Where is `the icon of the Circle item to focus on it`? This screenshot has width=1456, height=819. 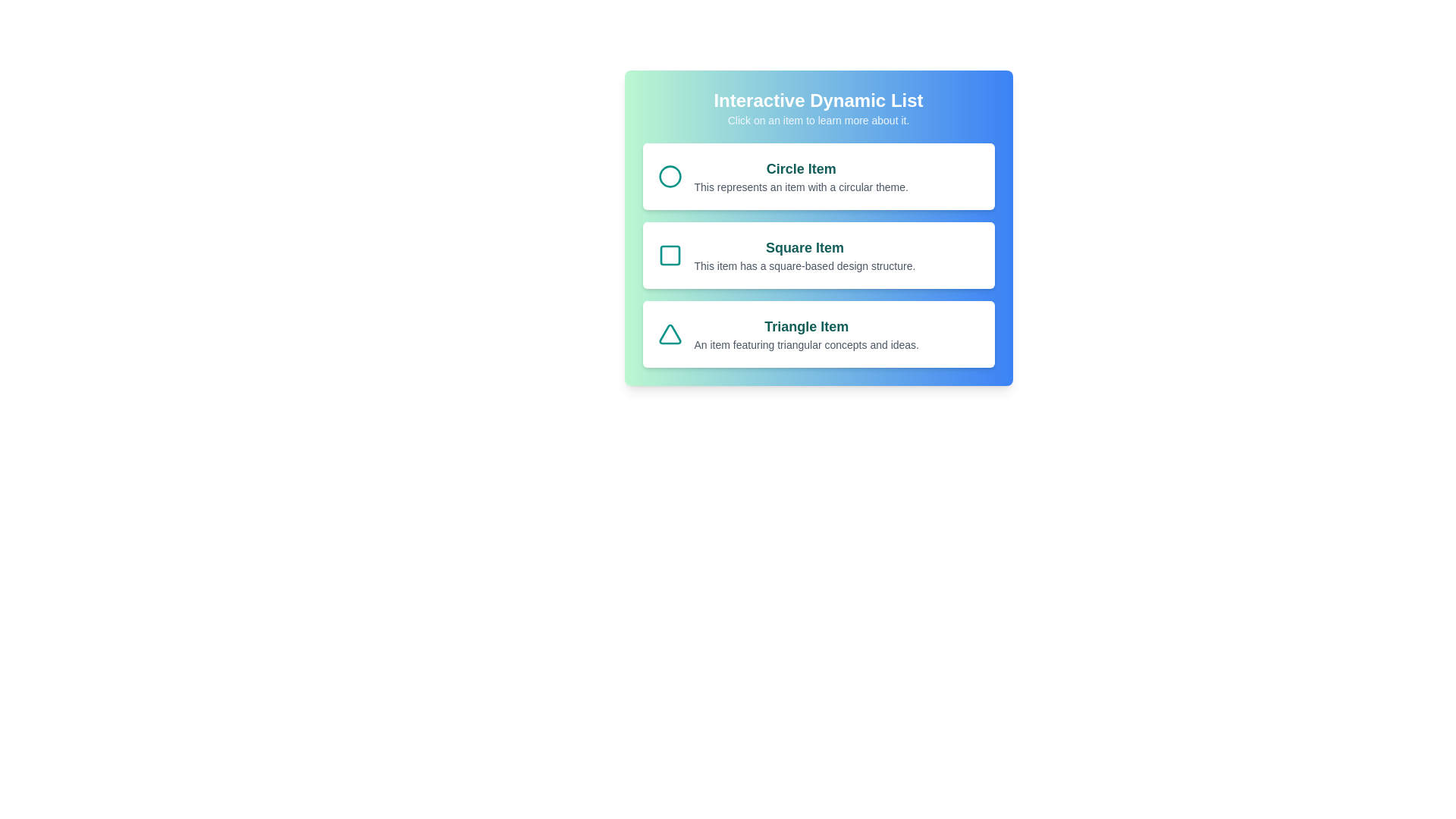
the icon of the Circle item to focus on it is located at coordinates (669, 175).